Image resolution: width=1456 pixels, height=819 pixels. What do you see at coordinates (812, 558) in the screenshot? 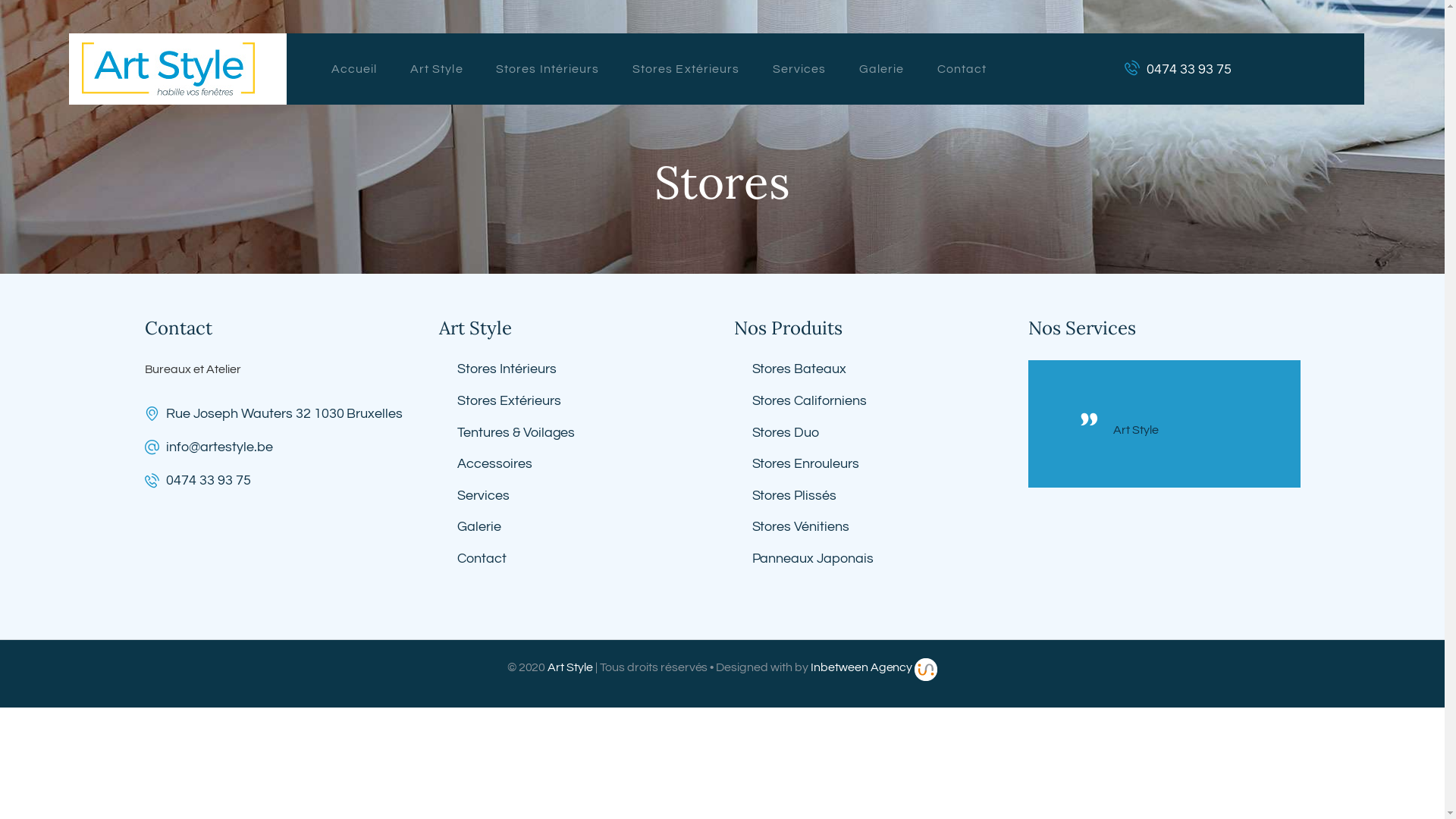
I see `'Panneaux Japonais'` at bounding box center [812, 558].